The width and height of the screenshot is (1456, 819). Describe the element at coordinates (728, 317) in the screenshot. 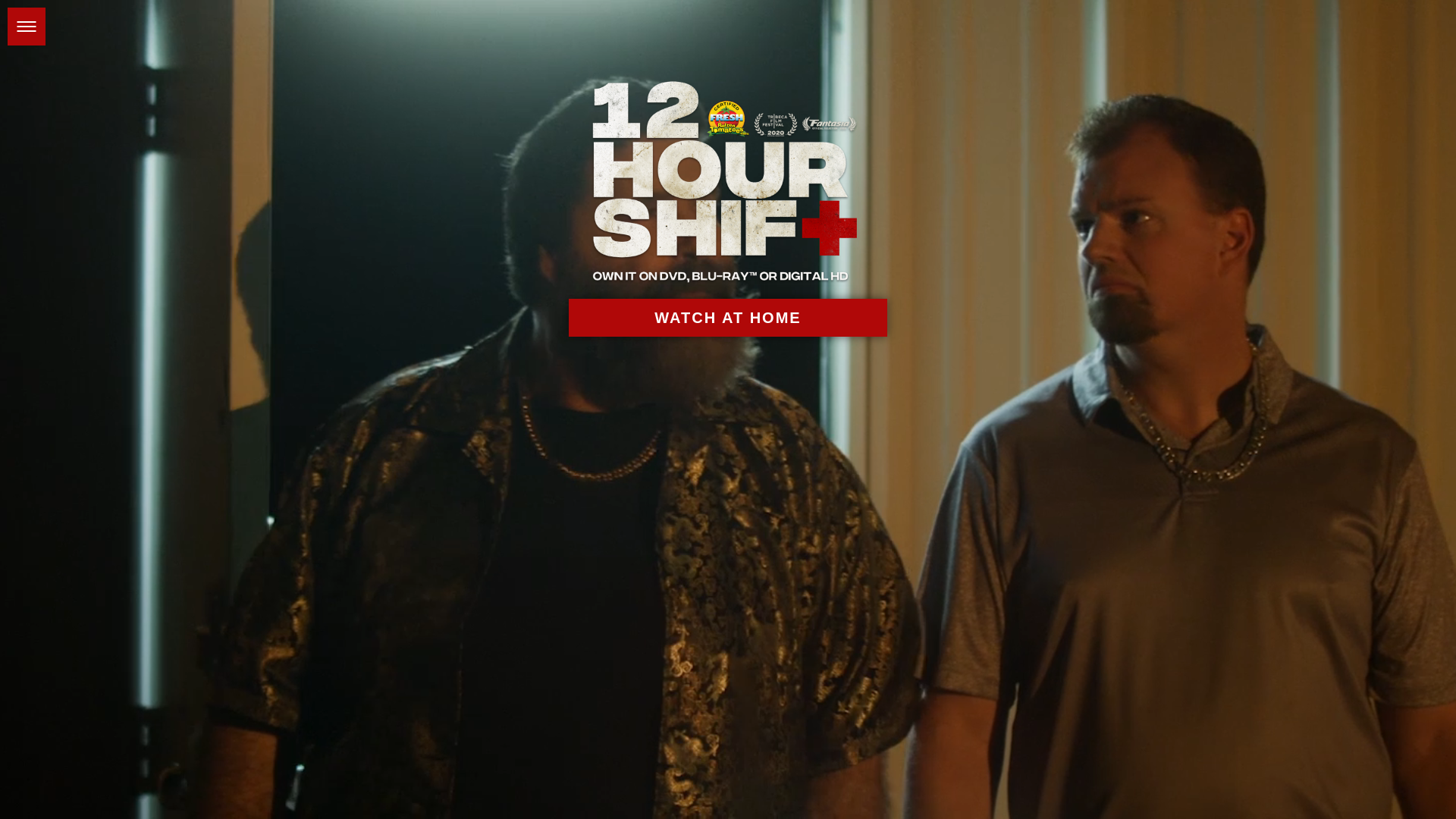

I see `'WATCH AT HOME'` at that location.